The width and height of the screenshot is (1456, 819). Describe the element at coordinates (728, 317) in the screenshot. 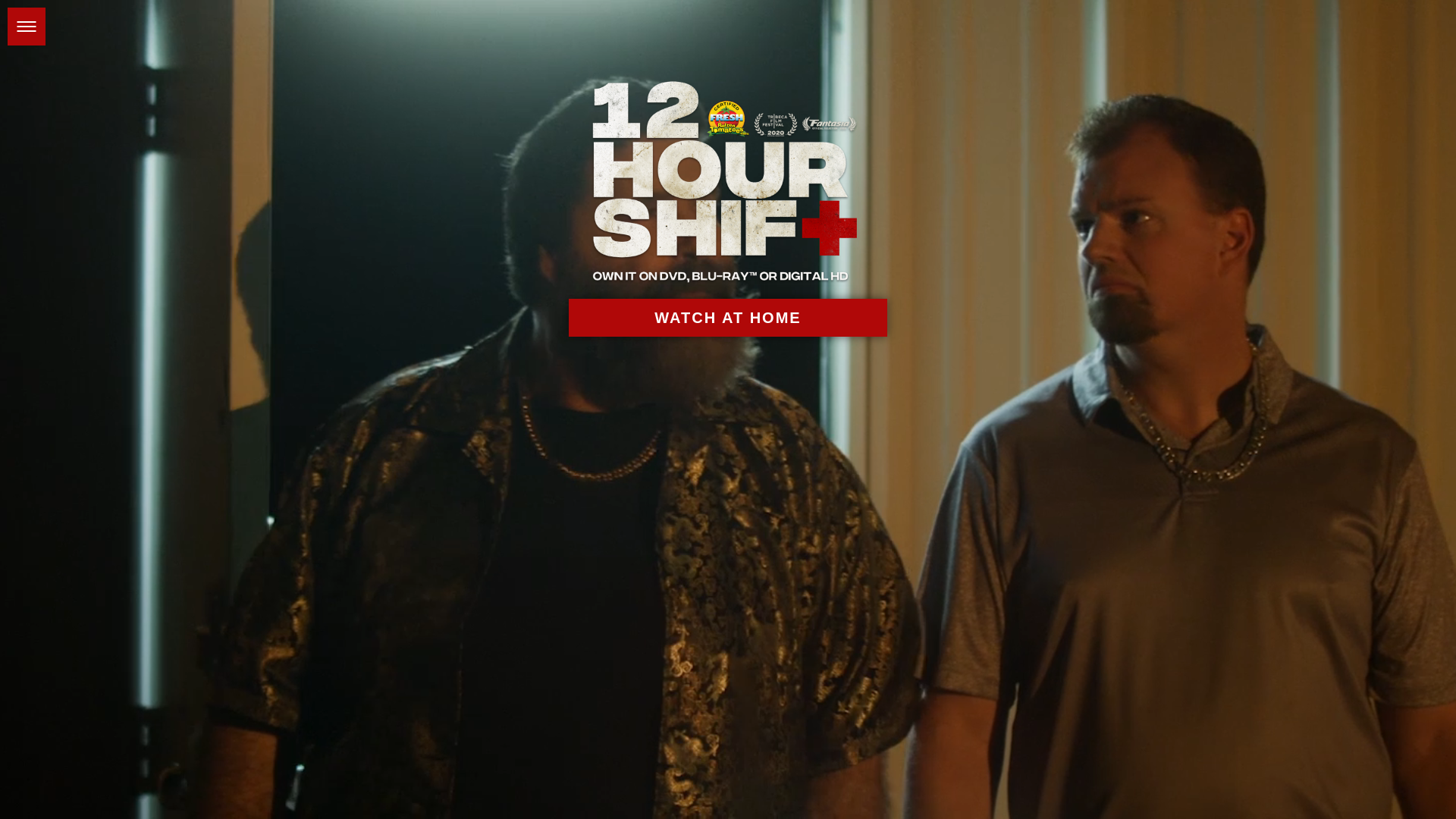

I see `'WATCH AT HOME'` at that location.